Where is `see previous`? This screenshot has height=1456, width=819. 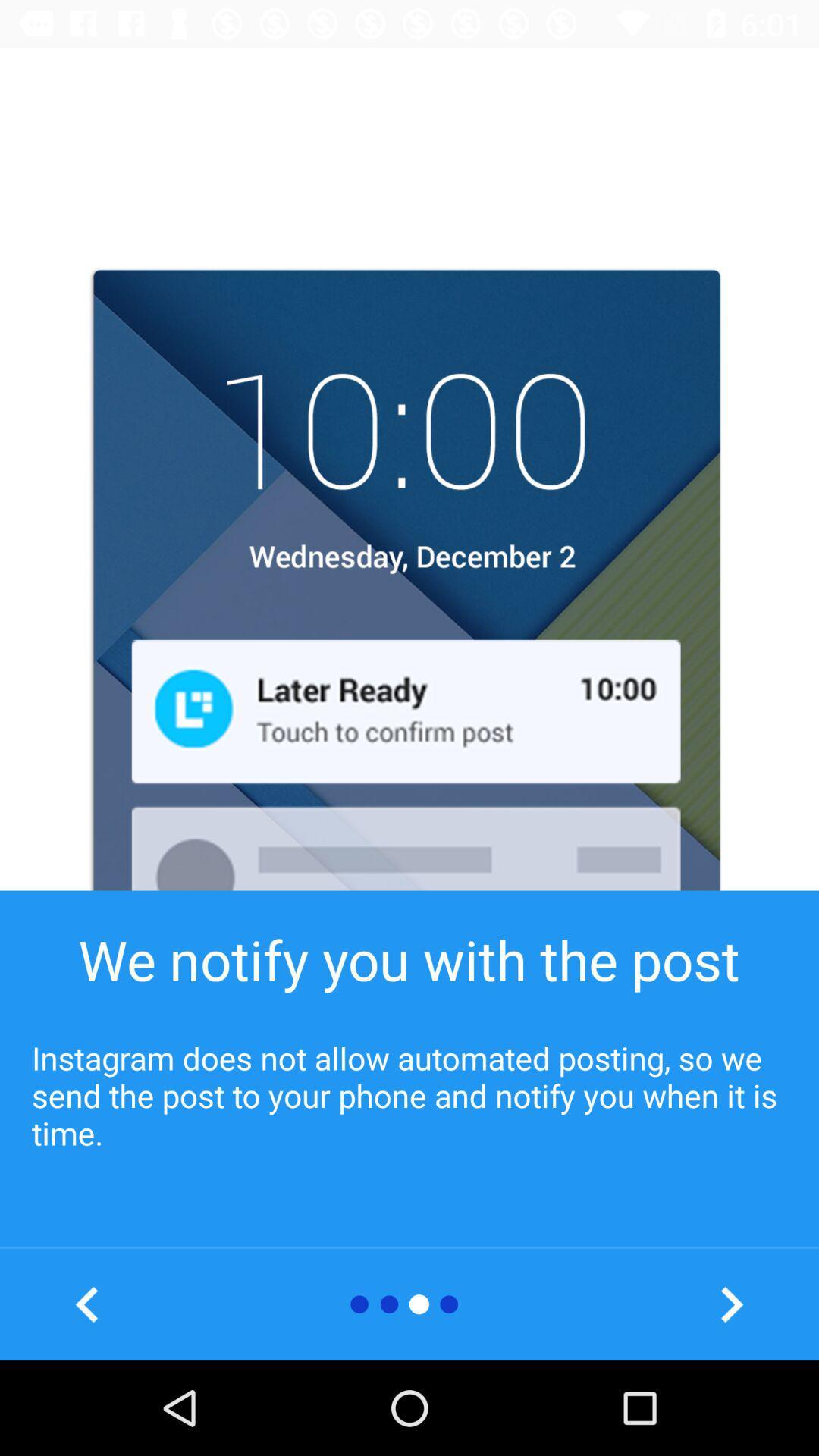
see previous is located at coordinates (87, 1304).